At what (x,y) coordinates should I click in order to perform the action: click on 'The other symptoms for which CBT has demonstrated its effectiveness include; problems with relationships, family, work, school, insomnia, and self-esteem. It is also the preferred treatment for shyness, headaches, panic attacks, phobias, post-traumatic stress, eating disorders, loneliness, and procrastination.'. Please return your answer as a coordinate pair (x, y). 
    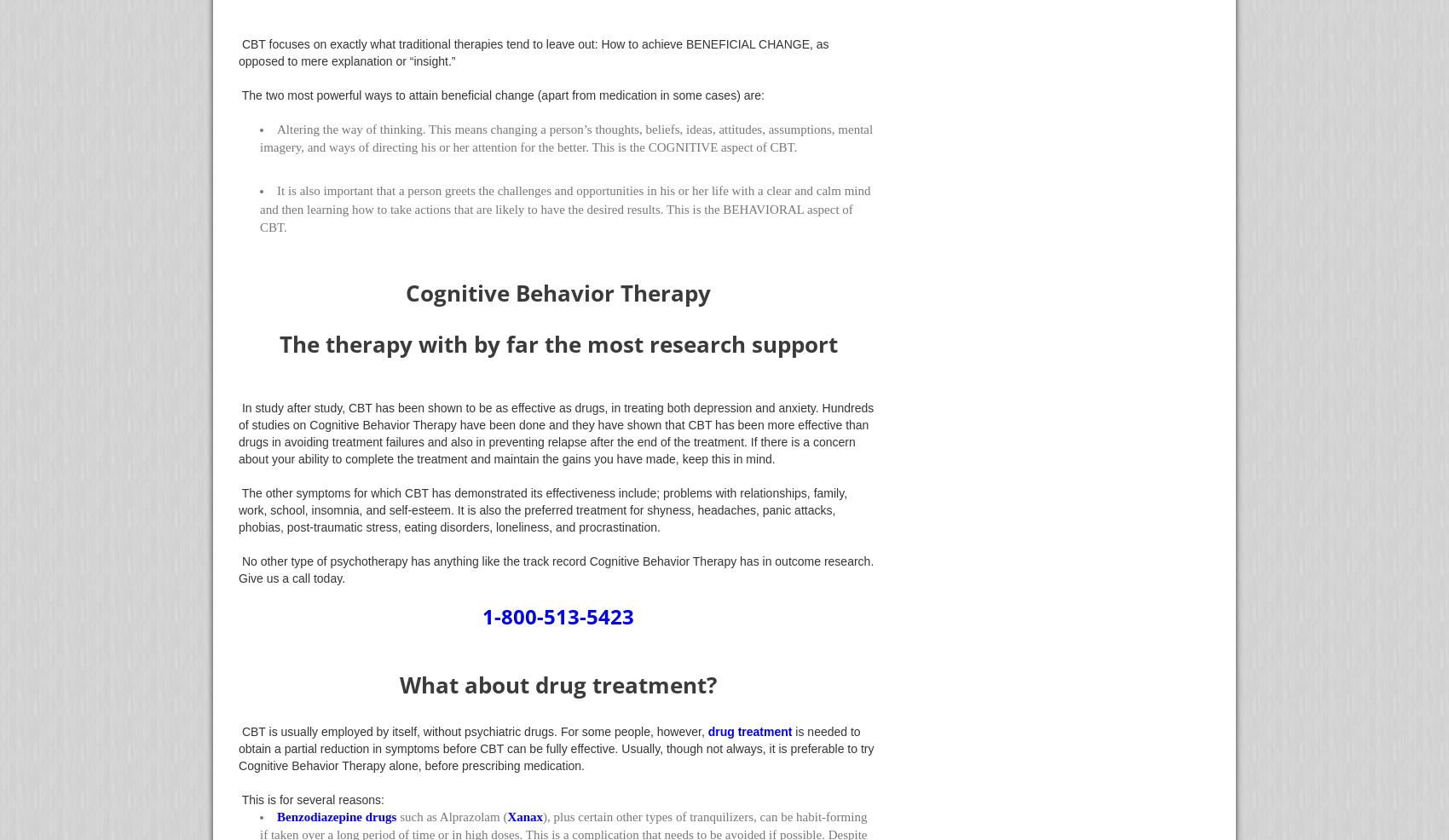
    Looking at the image, I should click on (541, 509).